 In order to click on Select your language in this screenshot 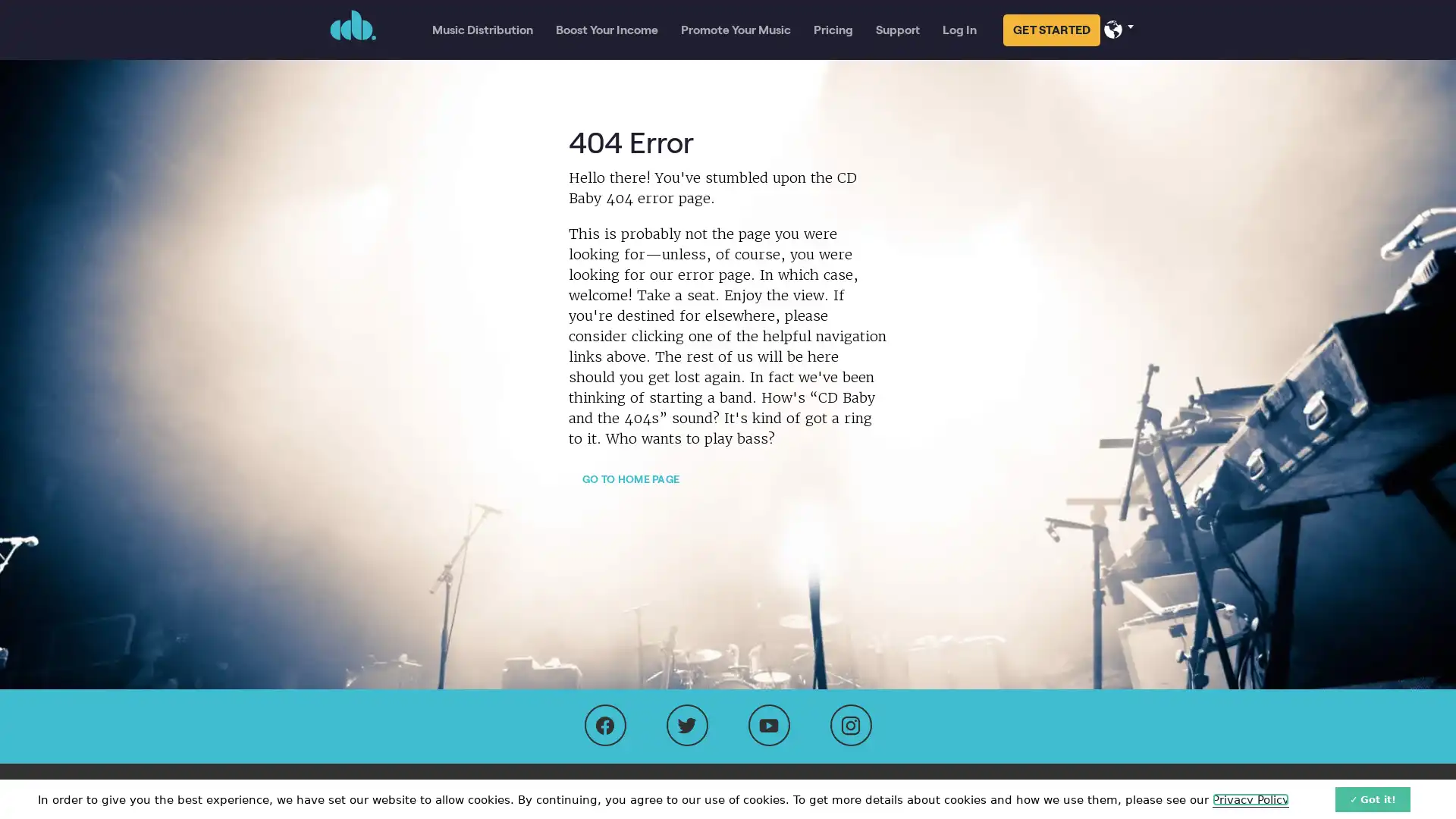, I will do `click(1113, 30)`.